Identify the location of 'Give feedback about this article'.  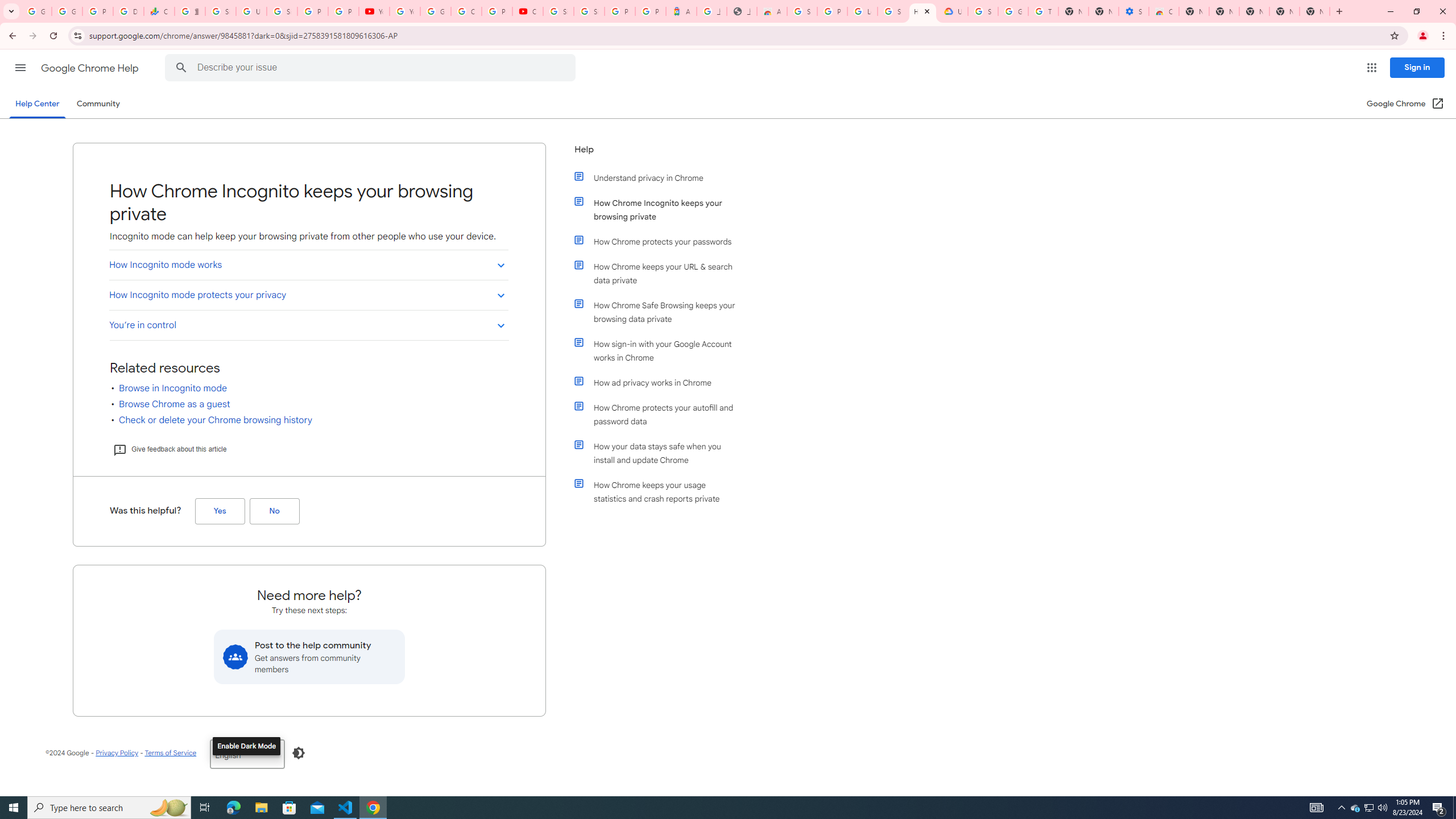
(169, 448).